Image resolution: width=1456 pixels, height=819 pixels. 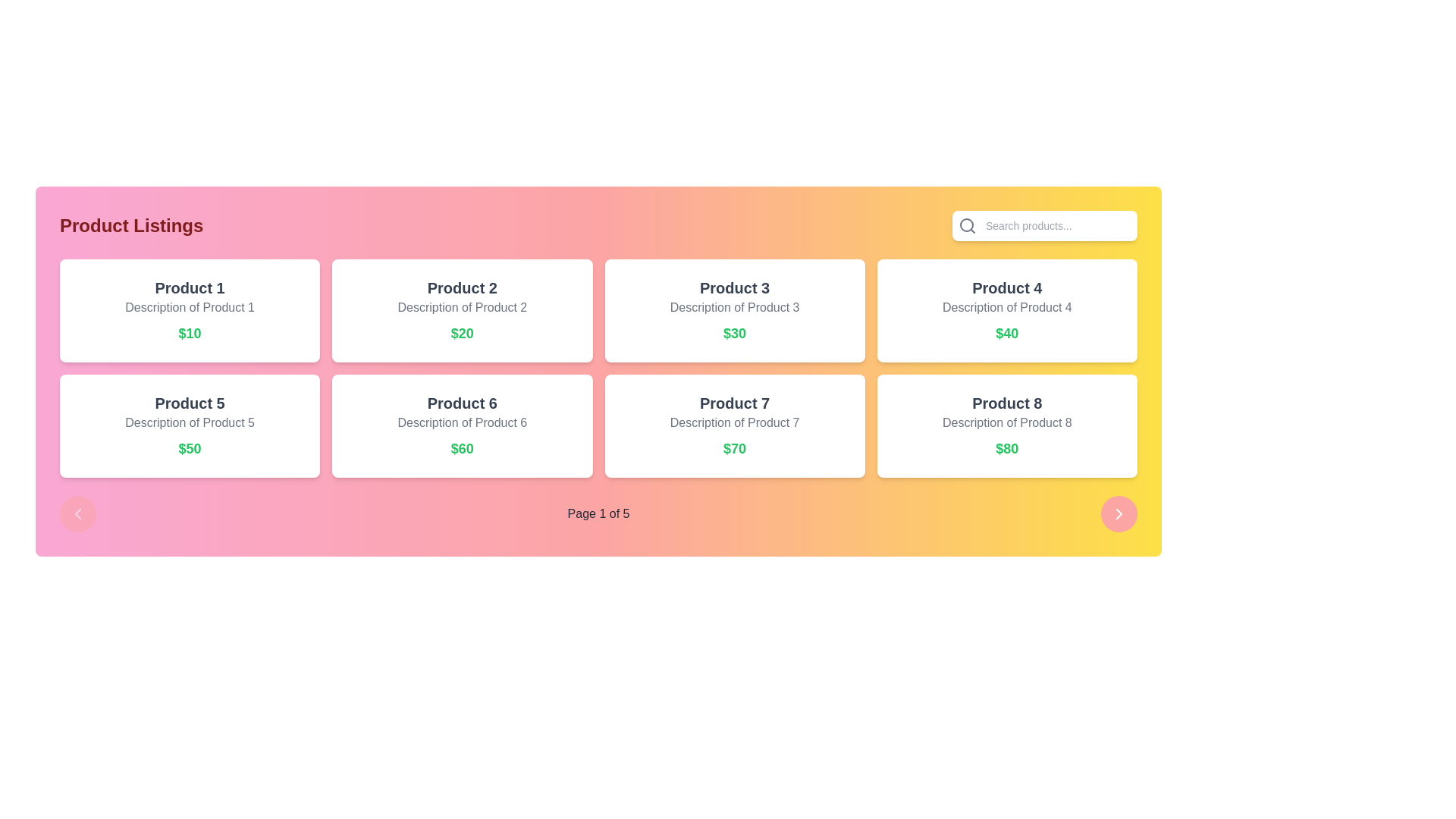 I want to click on text element styled as a heading that displays 'Product Listings' in bold red font, located at the top-left corner of the horizontal bar, so click(x=131, y=225).